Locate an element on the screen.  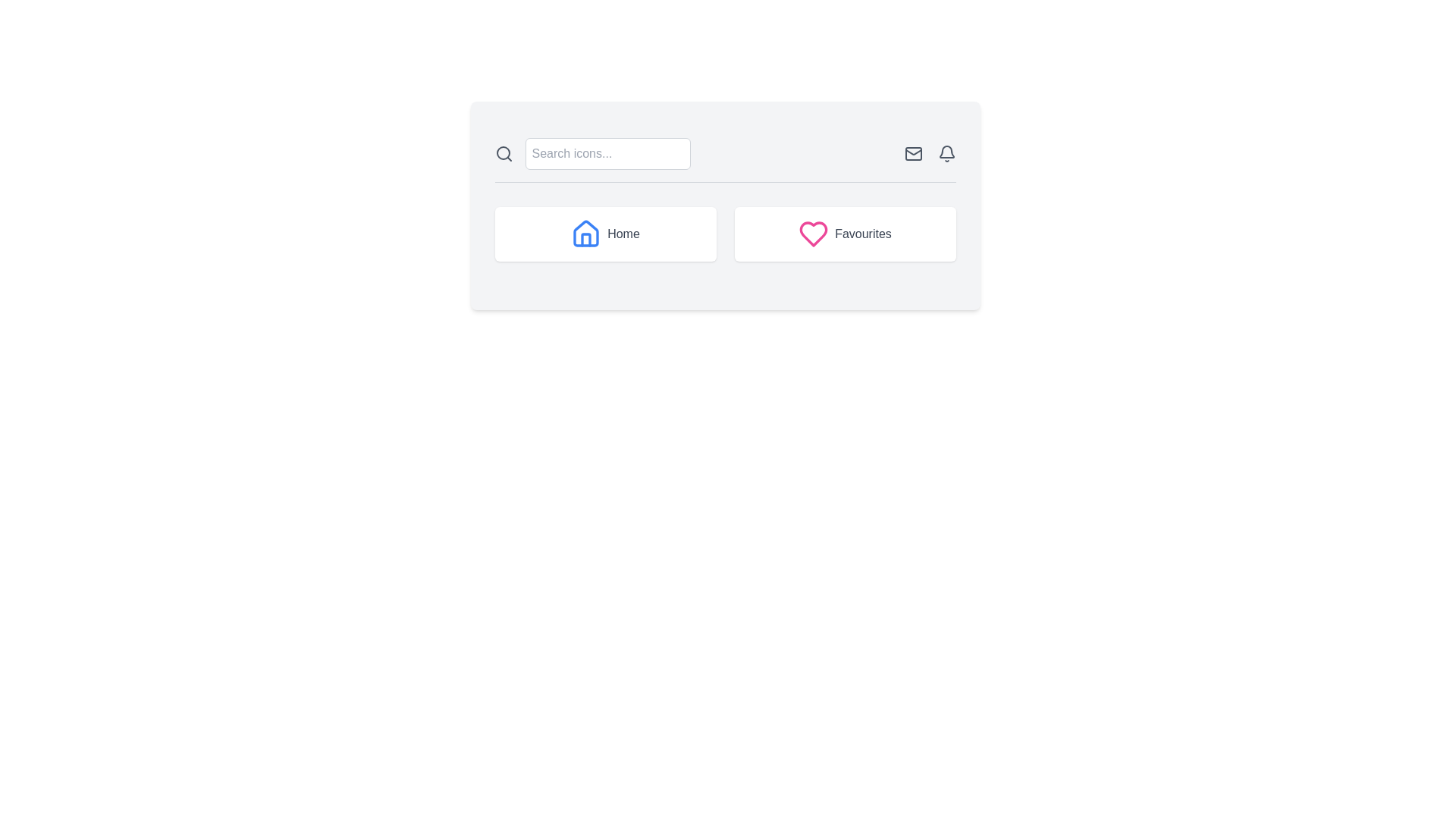
the bell icon is located at coordinates (946, 154).